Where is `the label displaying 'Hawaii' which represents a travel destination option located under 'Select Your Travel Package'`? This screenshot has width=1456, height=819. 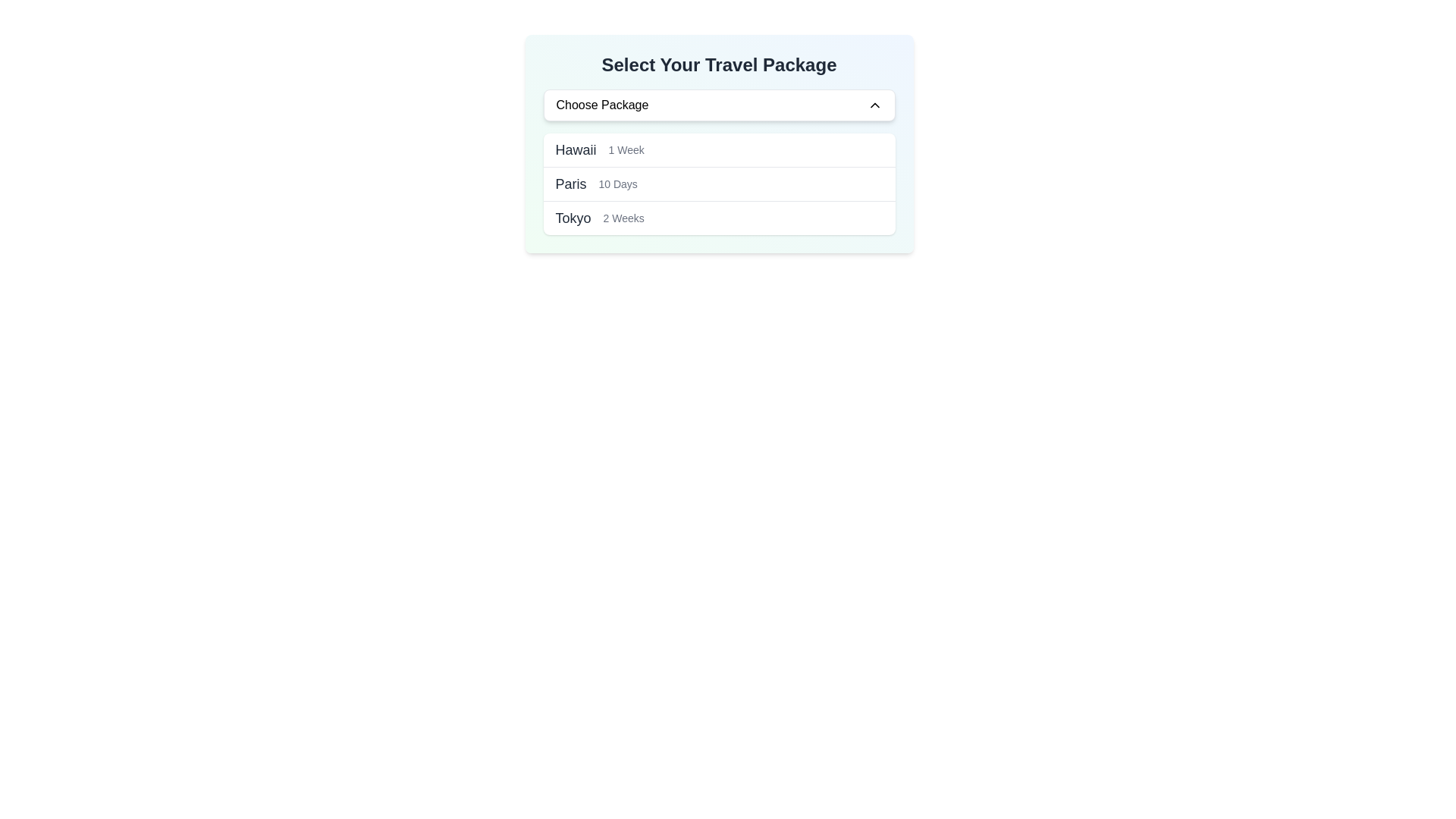
the label displaying 'Hawaii' which represents a travel destination option located under 'Select Your Travel Package' is located at coordinates (575, 149).